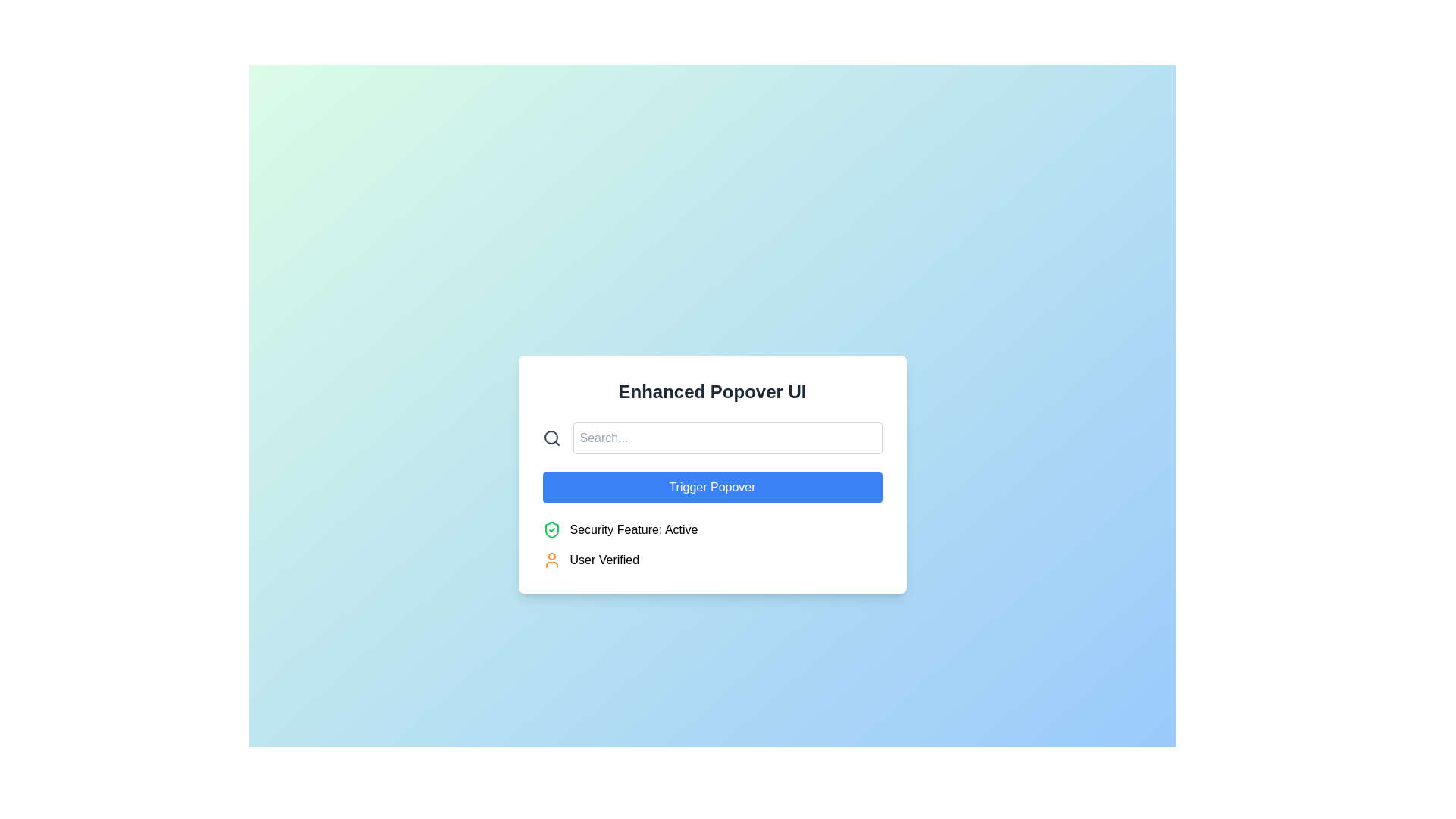 This screenshot has width=1456, height=819. What do you see at coordinates (551, 438) in the screenshot?
I see `the search icon resembling a magnifying glass, which is the first element in the horizontal layout` at bounding box center [551, 438].